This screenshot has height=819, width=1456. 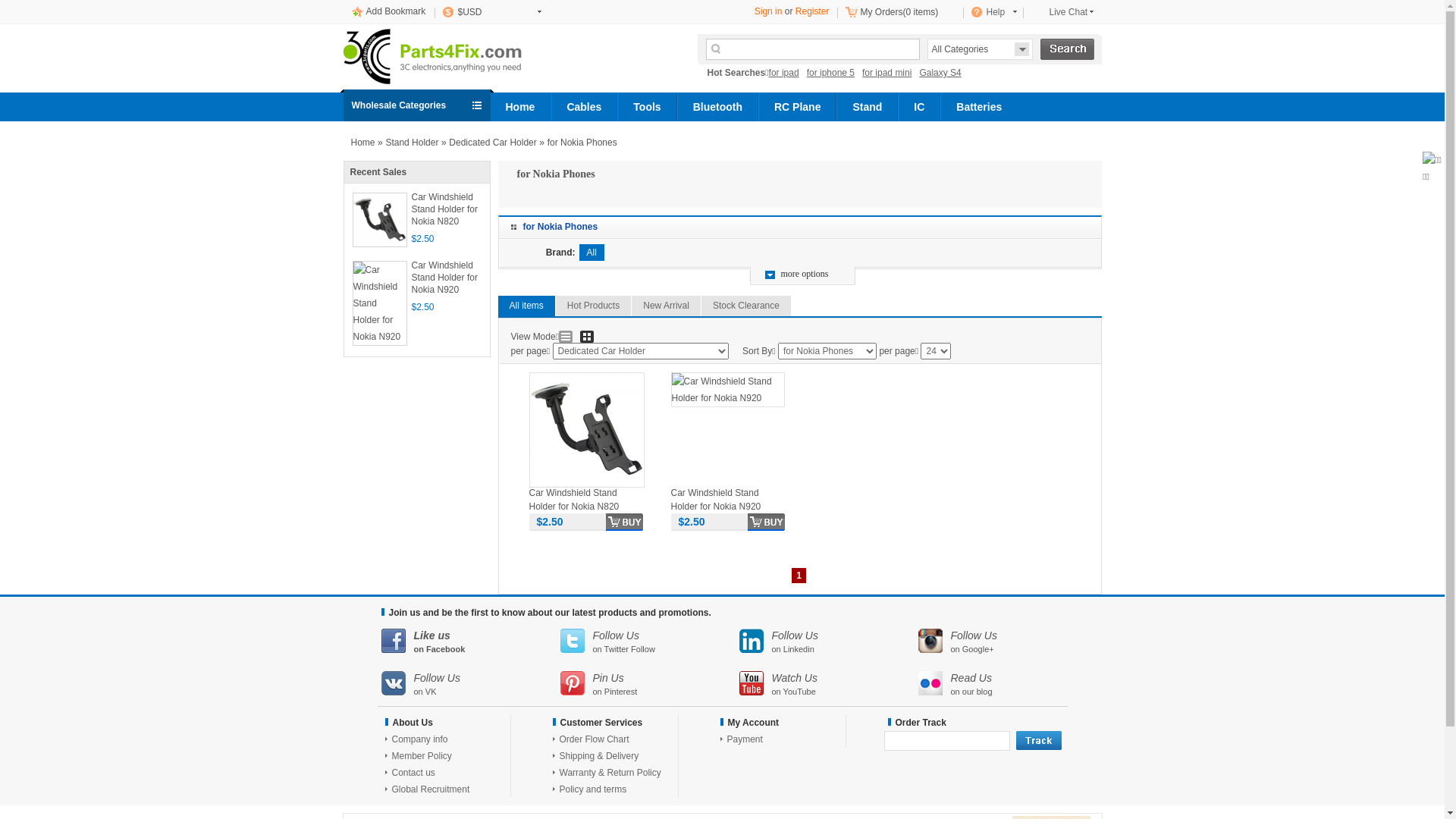 I want to click on 'Global Recruitment', so click(x=429, y=789).